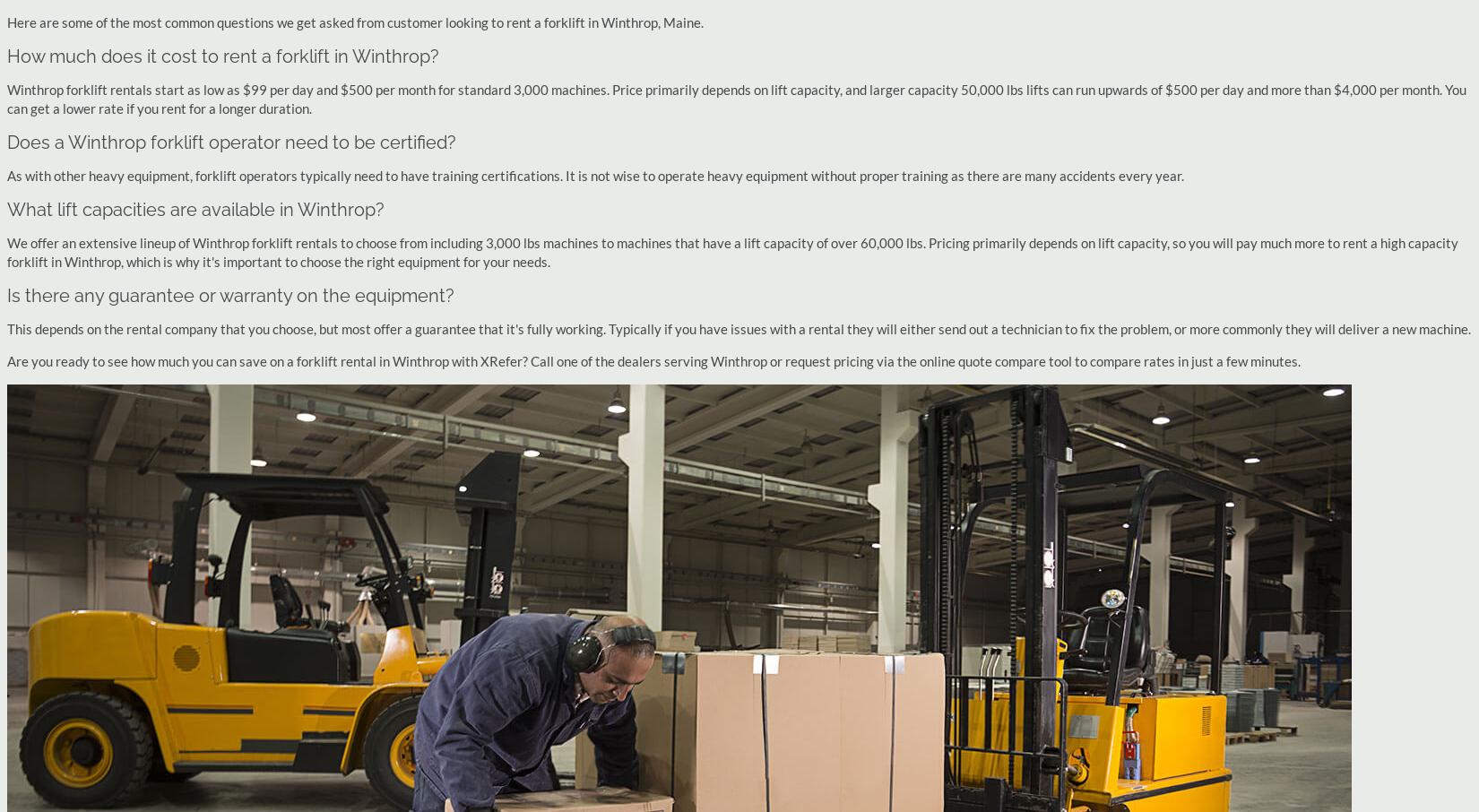  I want to click on 'This depends on the rental company that you choose, but most offer a guarantee that it's fully working. Typically if you have issues with a rental they will either send out a technician to fix the problem, or more commonly they will deliver a new machine.', so click(6, 328).